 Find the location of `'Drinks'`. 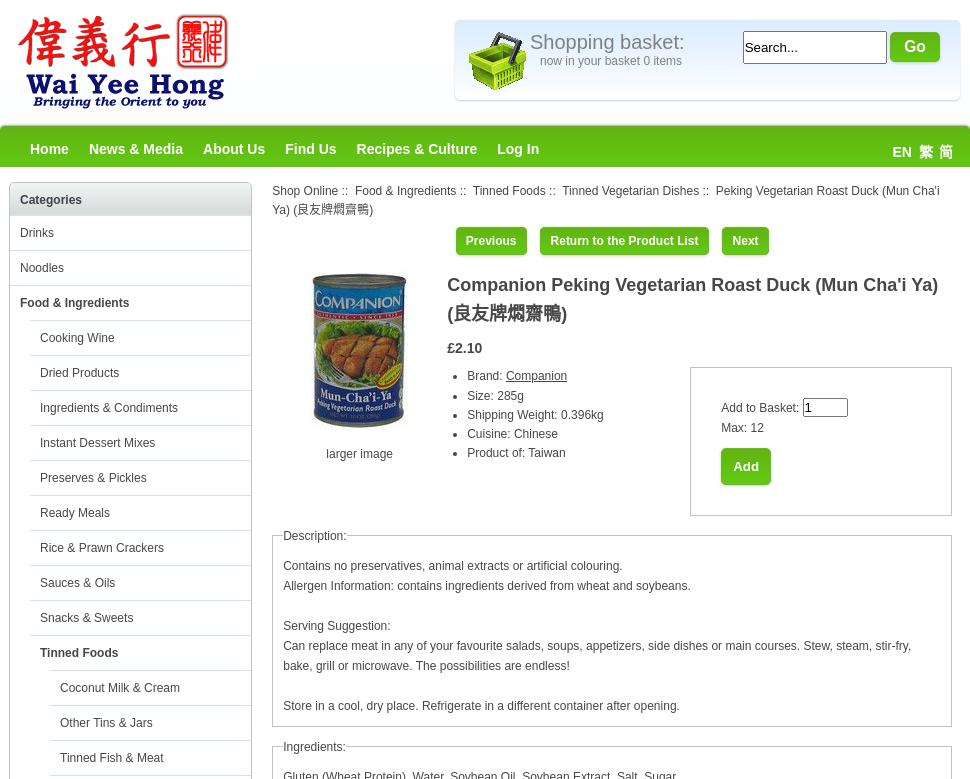

'Drinks' is located at coordinates (36, 232).